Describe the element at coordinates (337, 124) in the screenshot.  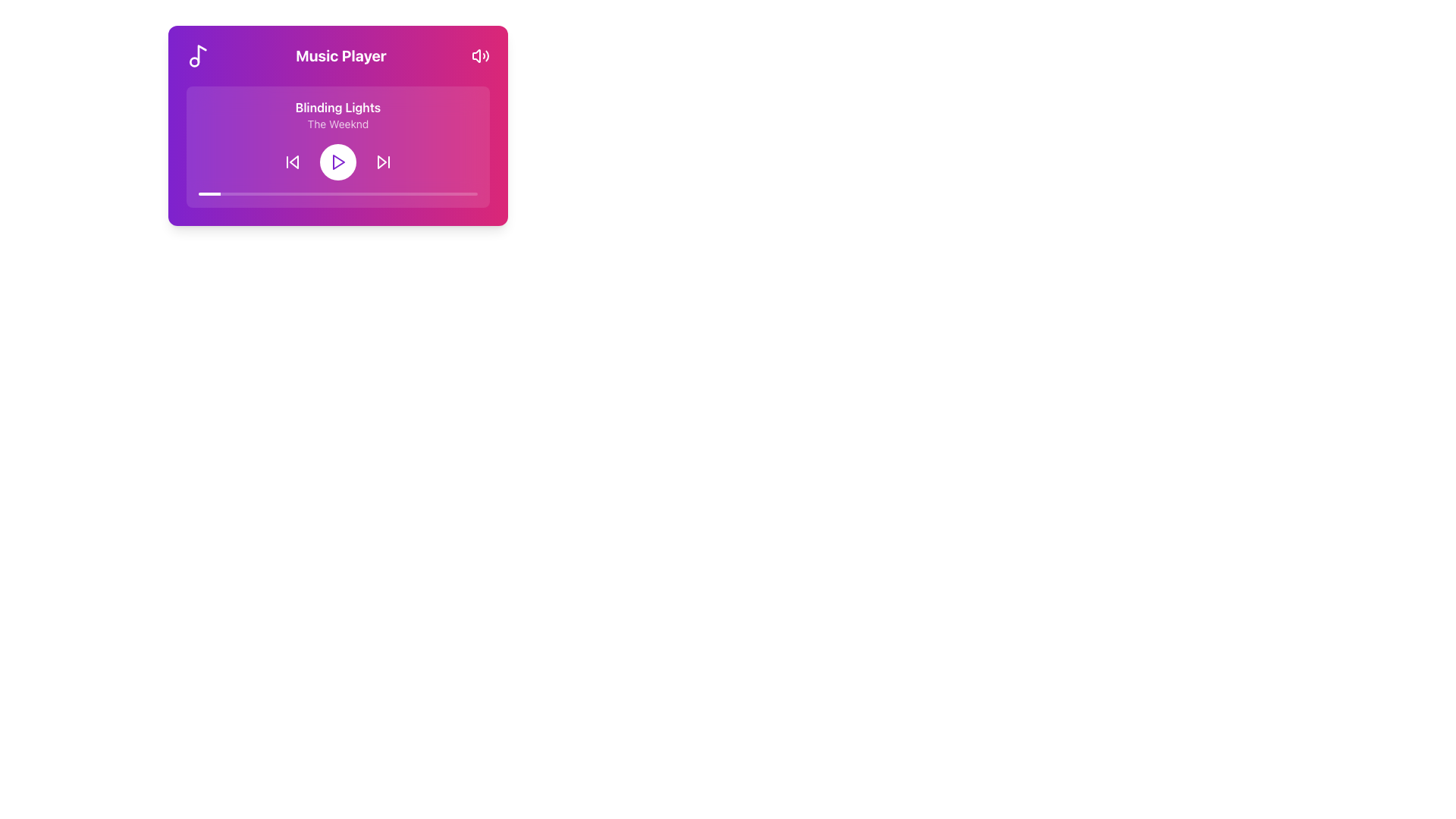
I see `the static text label displaying 'The Weeknd', which is located directly below the song title 'Blinding Lights' in the music player interface` at that location.